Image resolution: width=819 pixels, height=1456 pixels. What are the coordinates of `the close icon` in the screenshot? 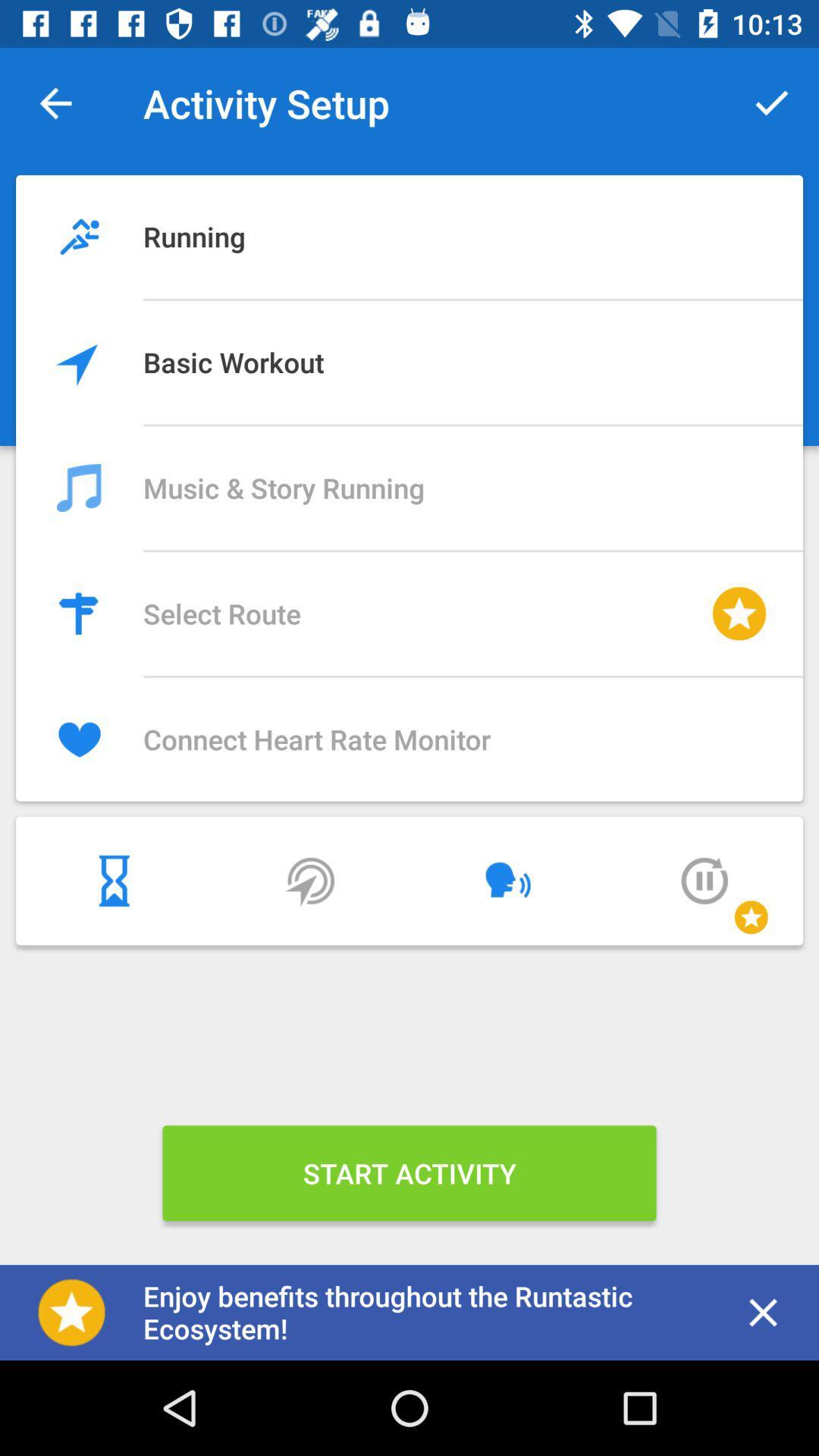 It's located at (763, 1312).